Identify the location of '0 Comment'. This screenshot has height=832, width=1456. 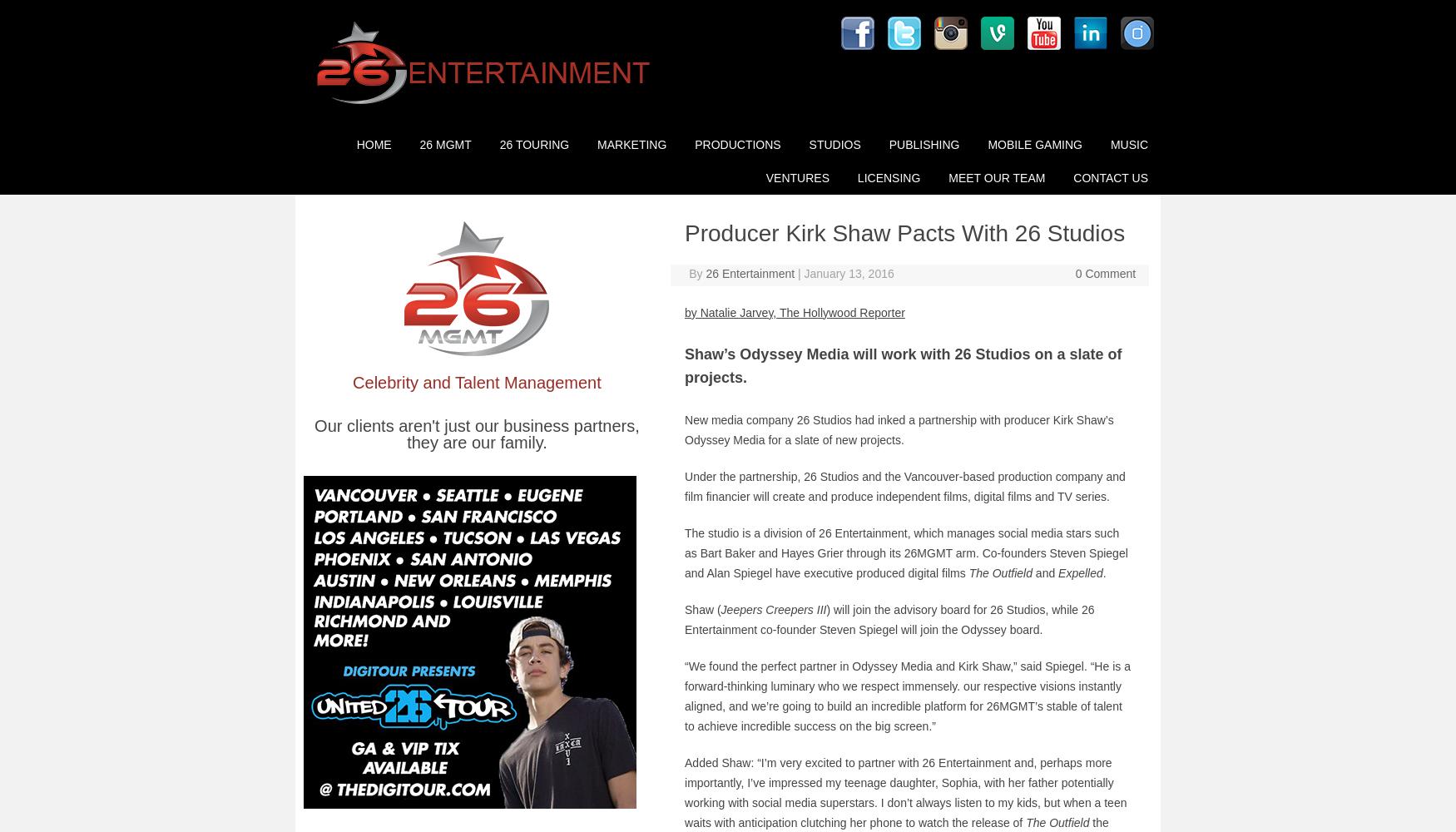
(1105, 272).